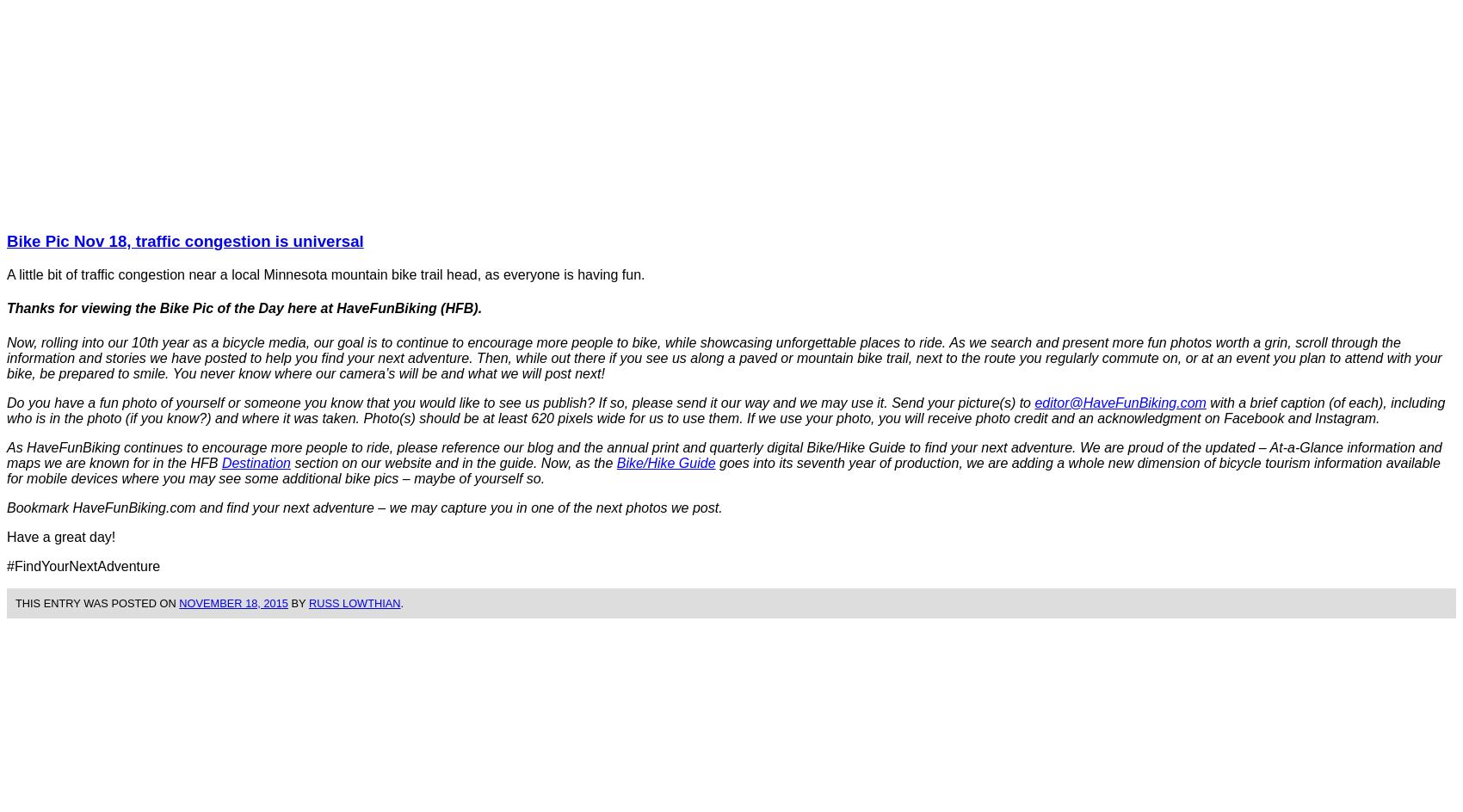 The image size is (1463, 812). I want to click on 'A little bit of traffic congestion near a local Minnesota mountain bike trail head, as everyone is having fun.', so click(324, 274).